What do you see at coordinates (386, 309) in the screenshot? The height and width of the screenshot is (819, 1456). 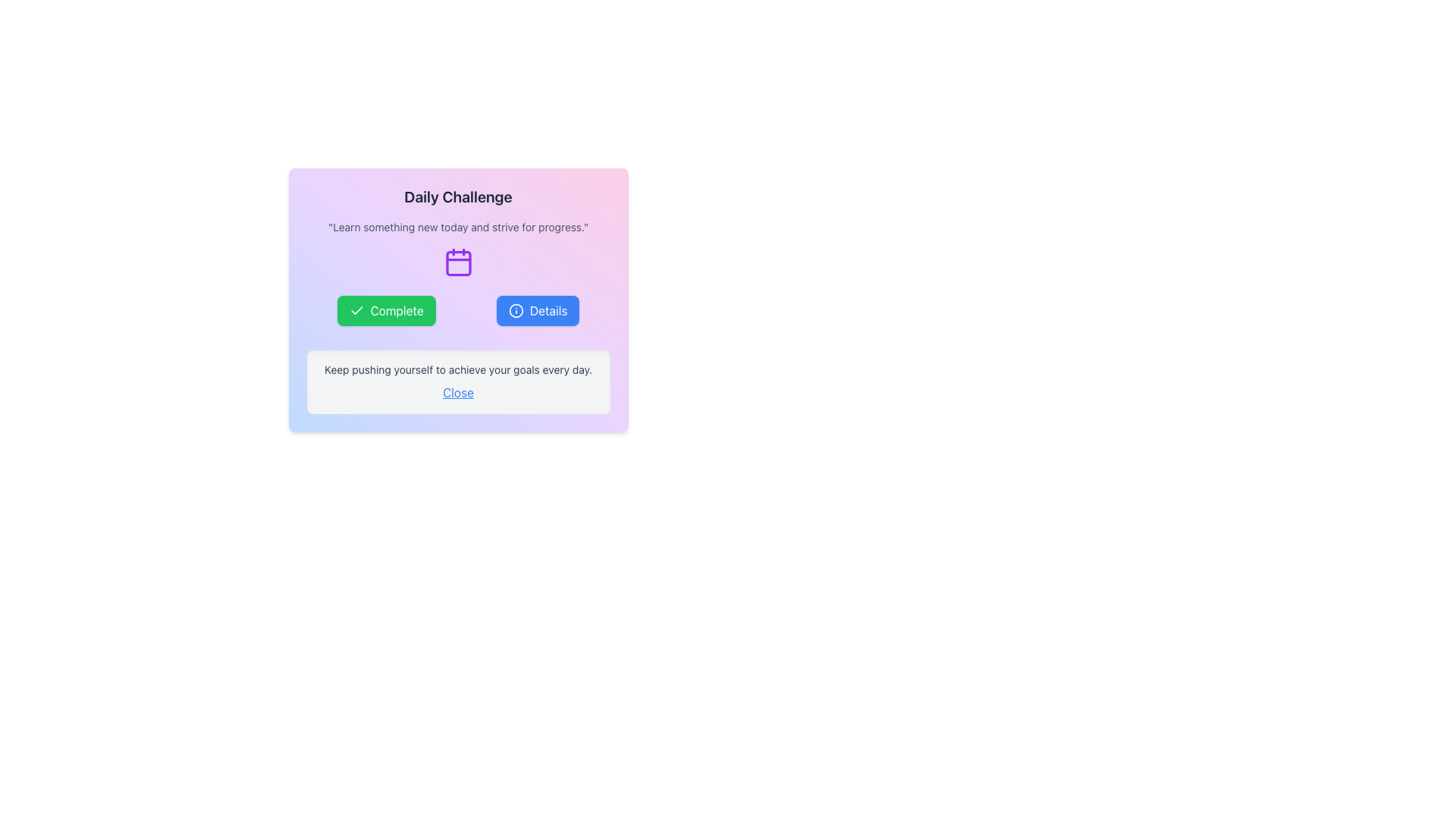 I see `the green 'Complete' button with a checkmark icon to mark the task as completed` at bounding box center [386, 309].